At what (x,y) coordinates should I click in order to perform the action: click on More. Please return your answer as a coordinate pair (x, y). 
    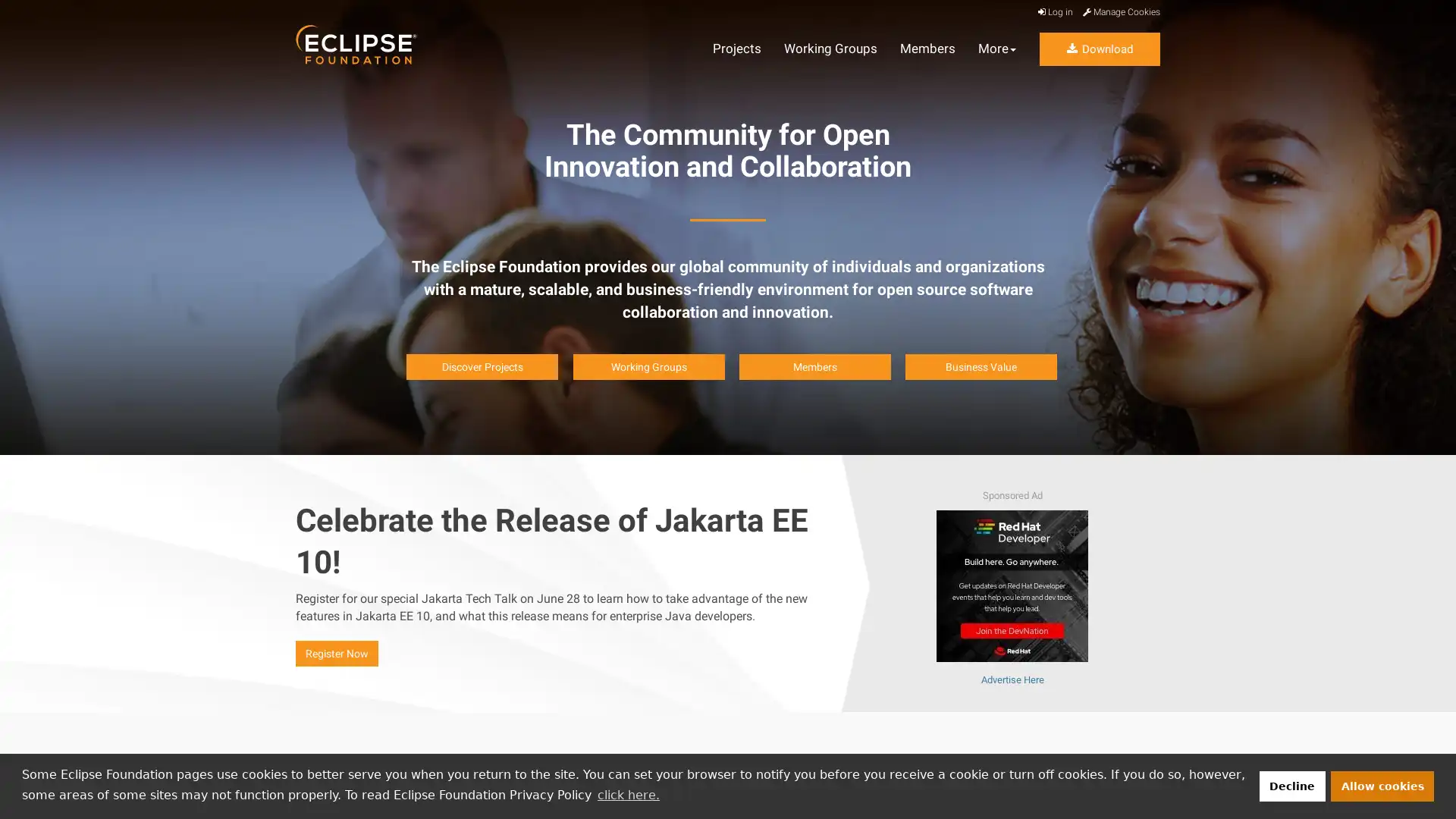
    Looking at the image, I should click on (997, 49).